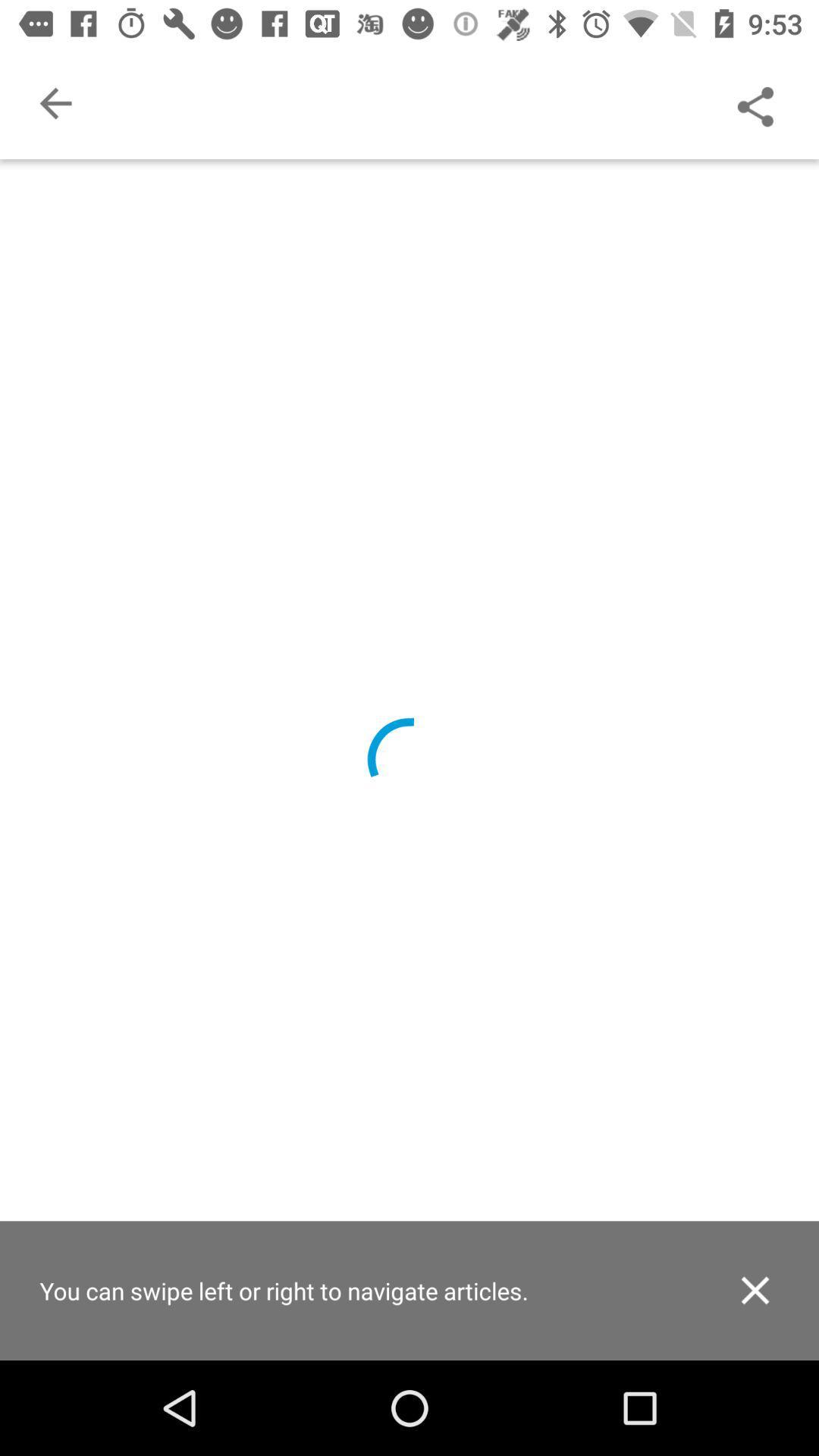 This screenshot has height=1456, width=819. I want to click on item to the right of you can swipe item, so click(755, 1289).